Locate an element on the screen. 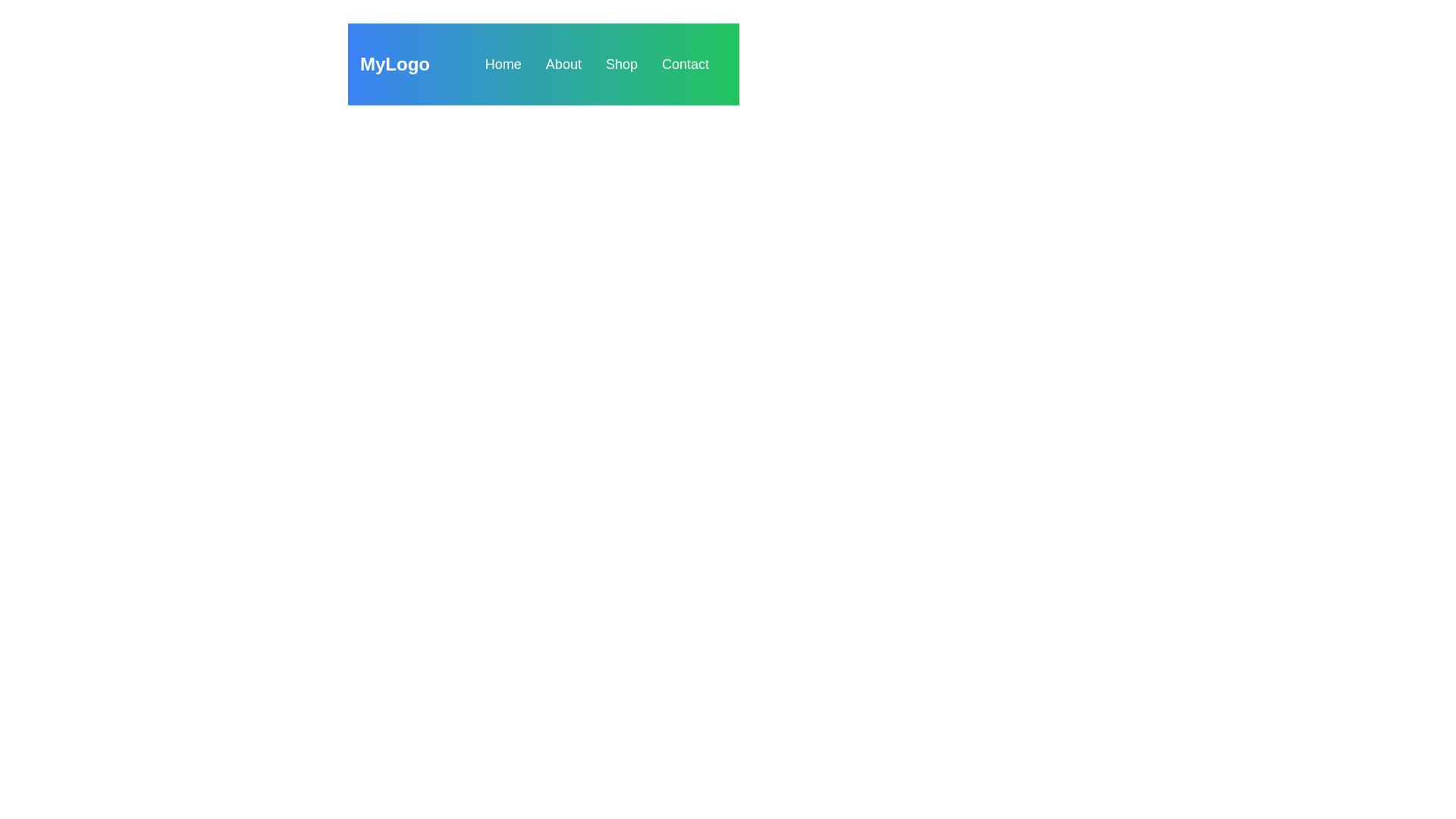 The width and height of the screenshot is (1456, 819). the clickable text link labeled 'Shop' is located at coordinates (621, 63).